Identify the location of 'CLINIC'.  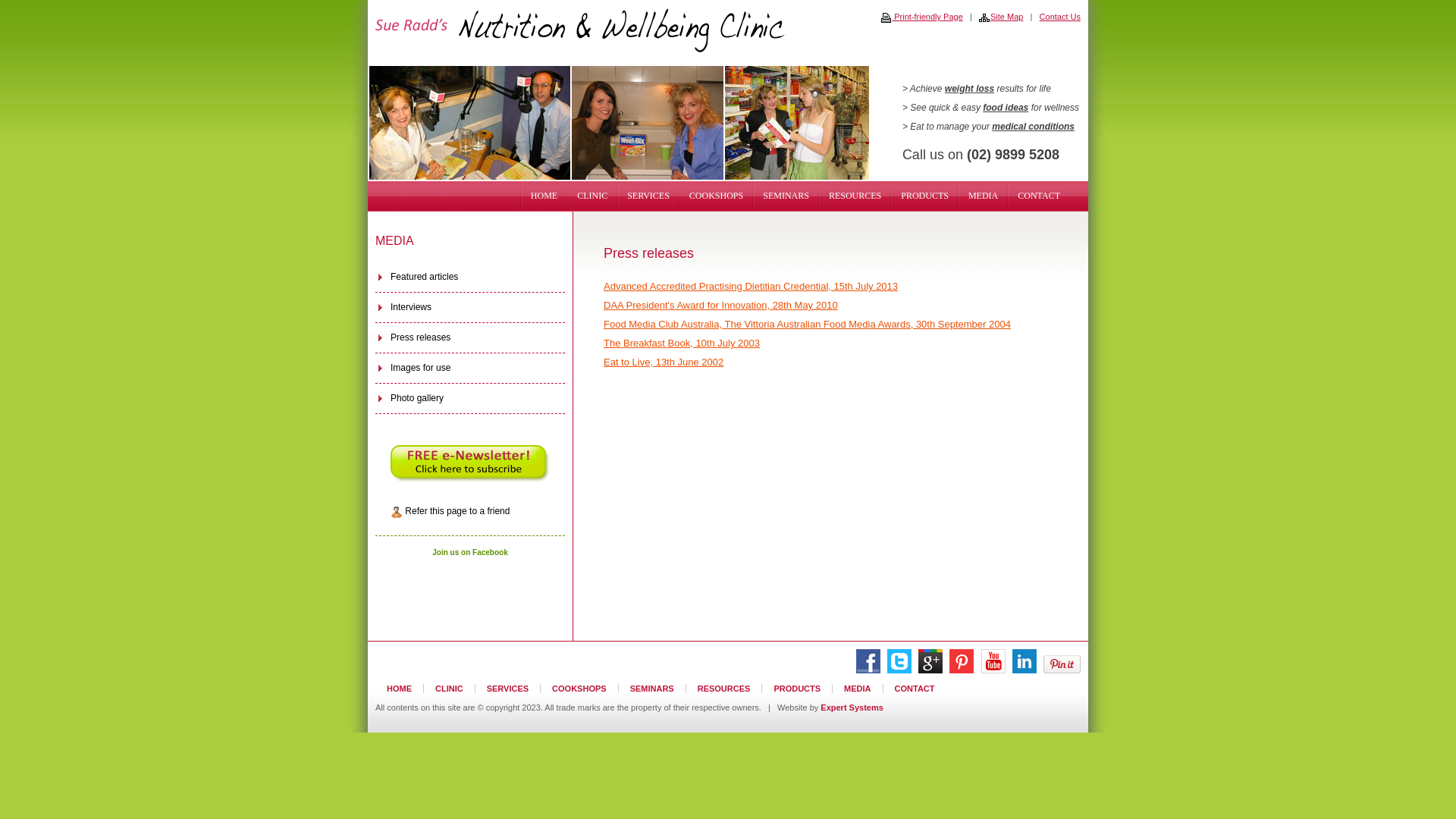
(449, 688).